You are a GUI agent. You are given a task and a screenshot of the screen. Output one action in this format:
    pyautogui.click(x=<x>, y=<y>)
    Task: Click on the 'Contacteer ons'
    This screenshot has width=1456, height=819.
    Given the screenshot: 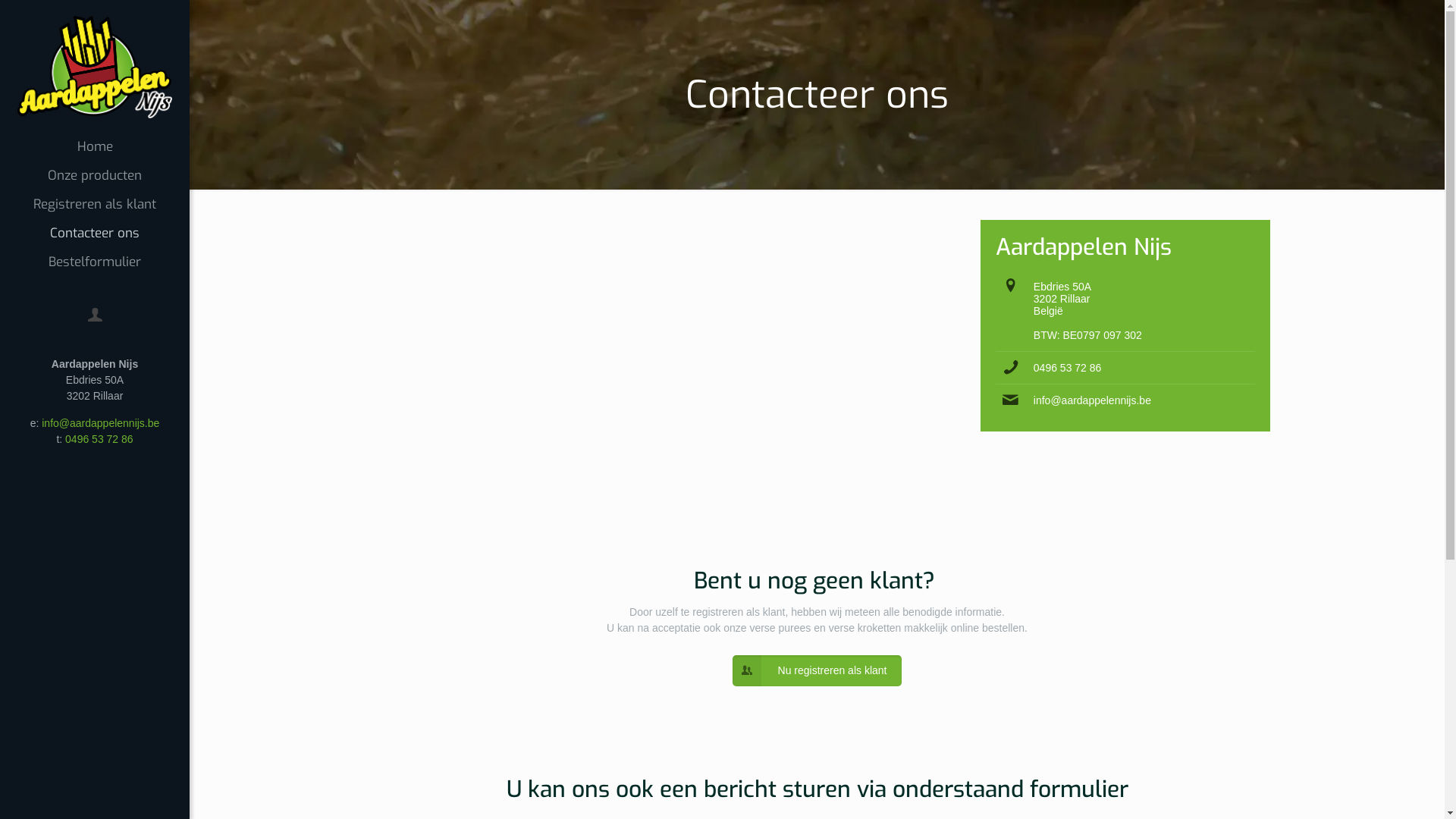 What is the action you would take?
    pyautogui.click(x=93, y=234)
    